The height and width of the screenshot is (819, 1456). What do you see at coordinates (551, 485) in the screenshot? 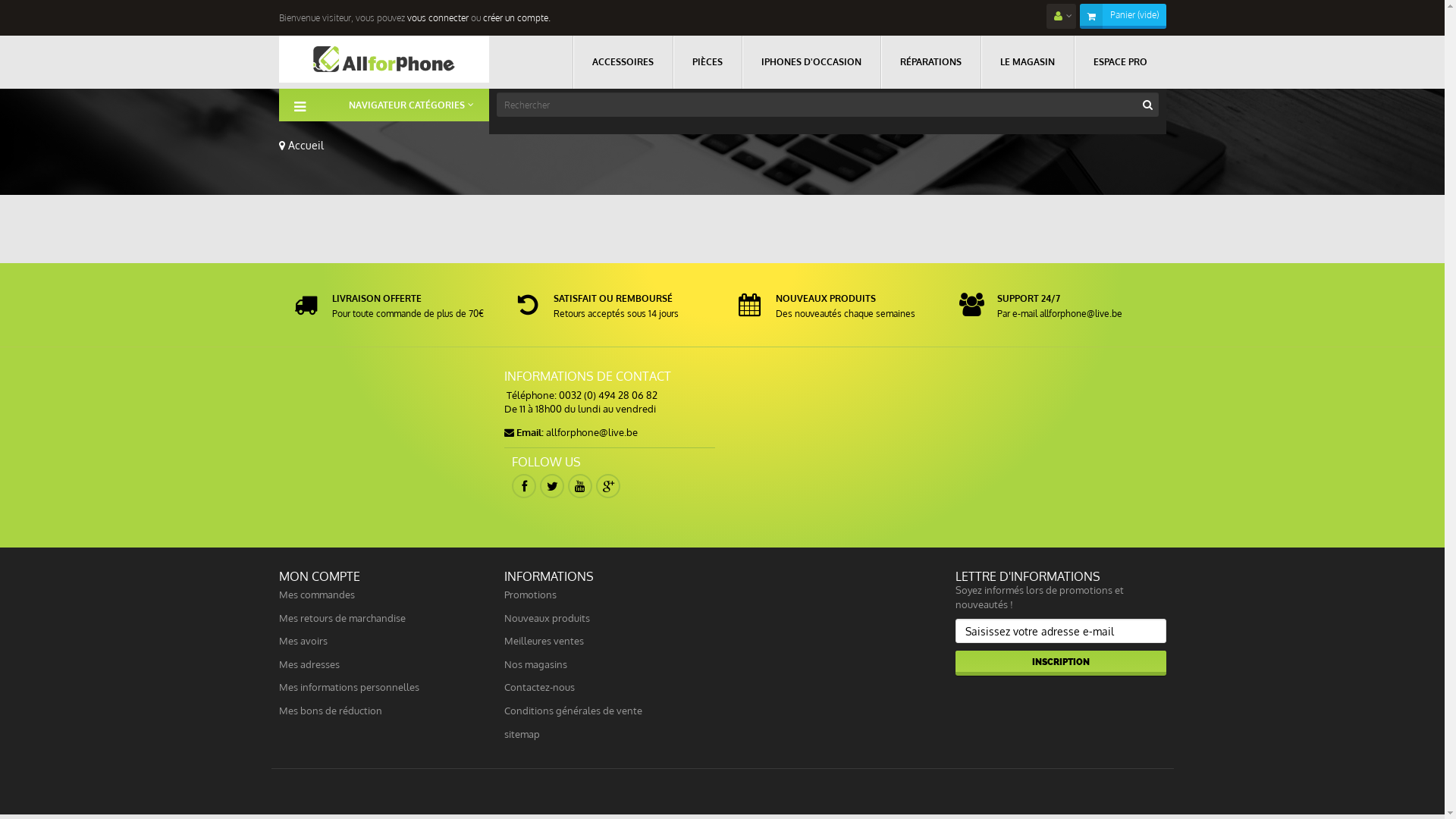
I see `'Twitter'` at bounding box center [551, 485].